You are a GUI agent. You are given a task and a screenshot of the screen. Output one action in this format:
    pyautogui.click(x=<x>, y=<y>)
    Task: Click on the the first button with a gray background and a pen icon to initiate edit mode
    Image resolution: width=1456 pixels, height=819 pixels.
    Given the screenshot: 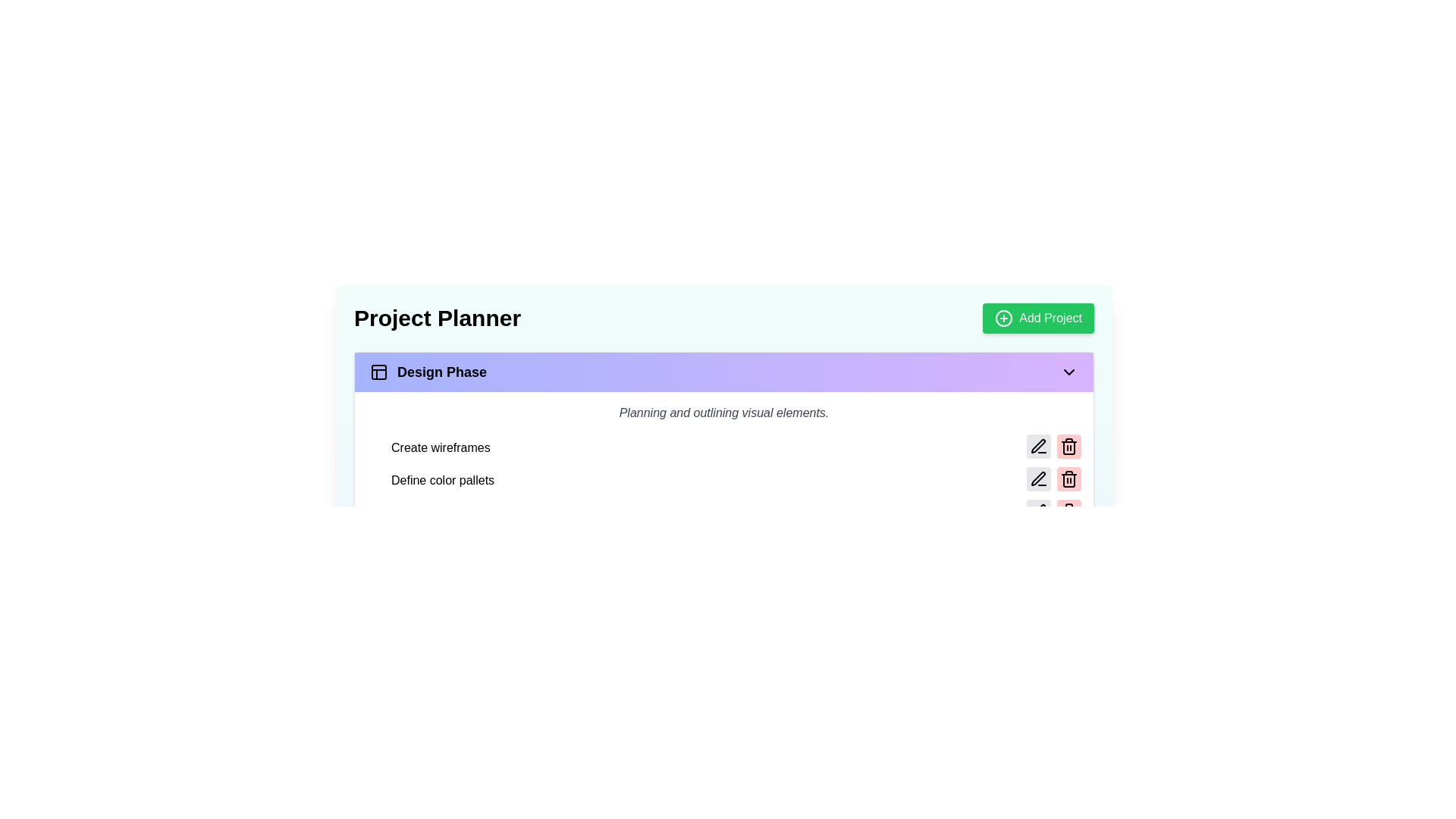 What is the action you would take?
    pyautogui.click(x=1037, y=479)
    